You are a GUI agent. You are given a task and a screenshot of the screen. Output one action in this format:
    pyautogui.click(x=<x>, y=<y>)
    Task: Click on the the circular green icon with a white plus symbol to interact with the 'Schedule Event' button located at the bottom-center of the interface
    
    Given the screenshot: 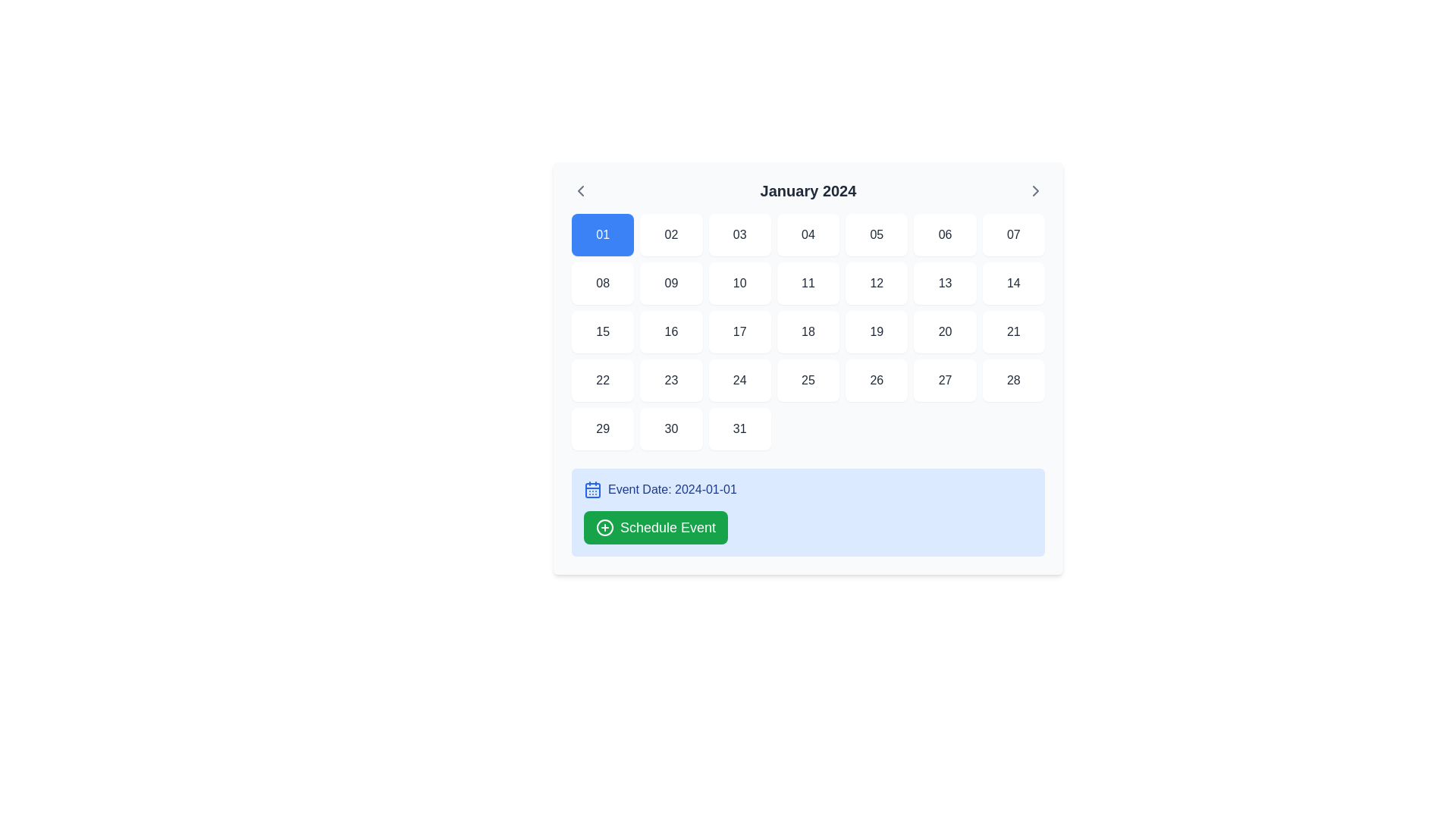 What is the action you would take?
    pyautogui.click(x=604, y=526)
    